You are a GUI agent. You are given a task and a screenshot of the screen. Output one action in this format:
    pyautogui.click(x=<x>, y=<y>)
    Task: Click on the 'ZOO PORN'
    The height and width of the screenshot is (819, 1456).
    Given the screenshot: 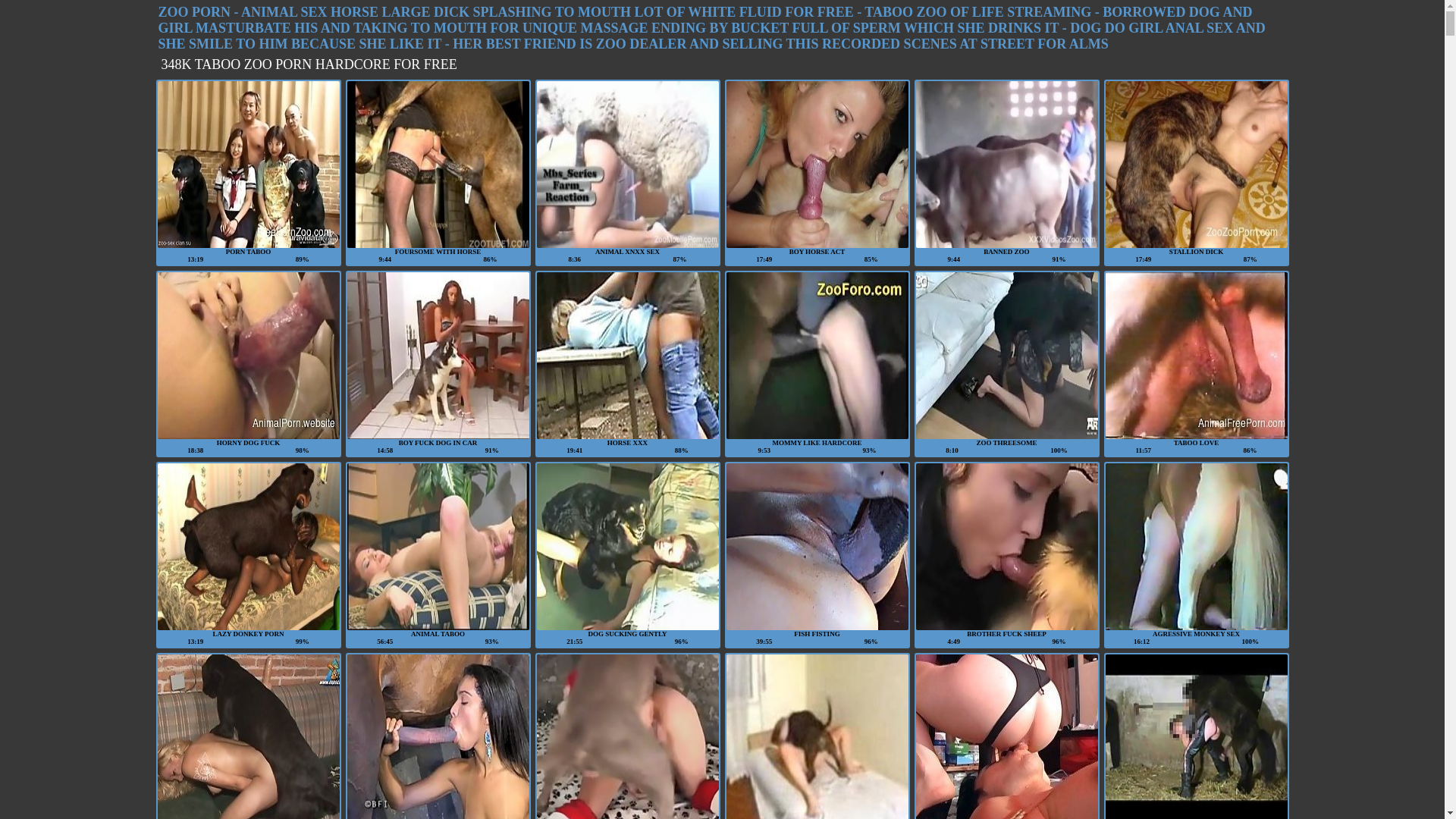 What is the action you would take?
    pyautogui.click(x=193, y=11)
    